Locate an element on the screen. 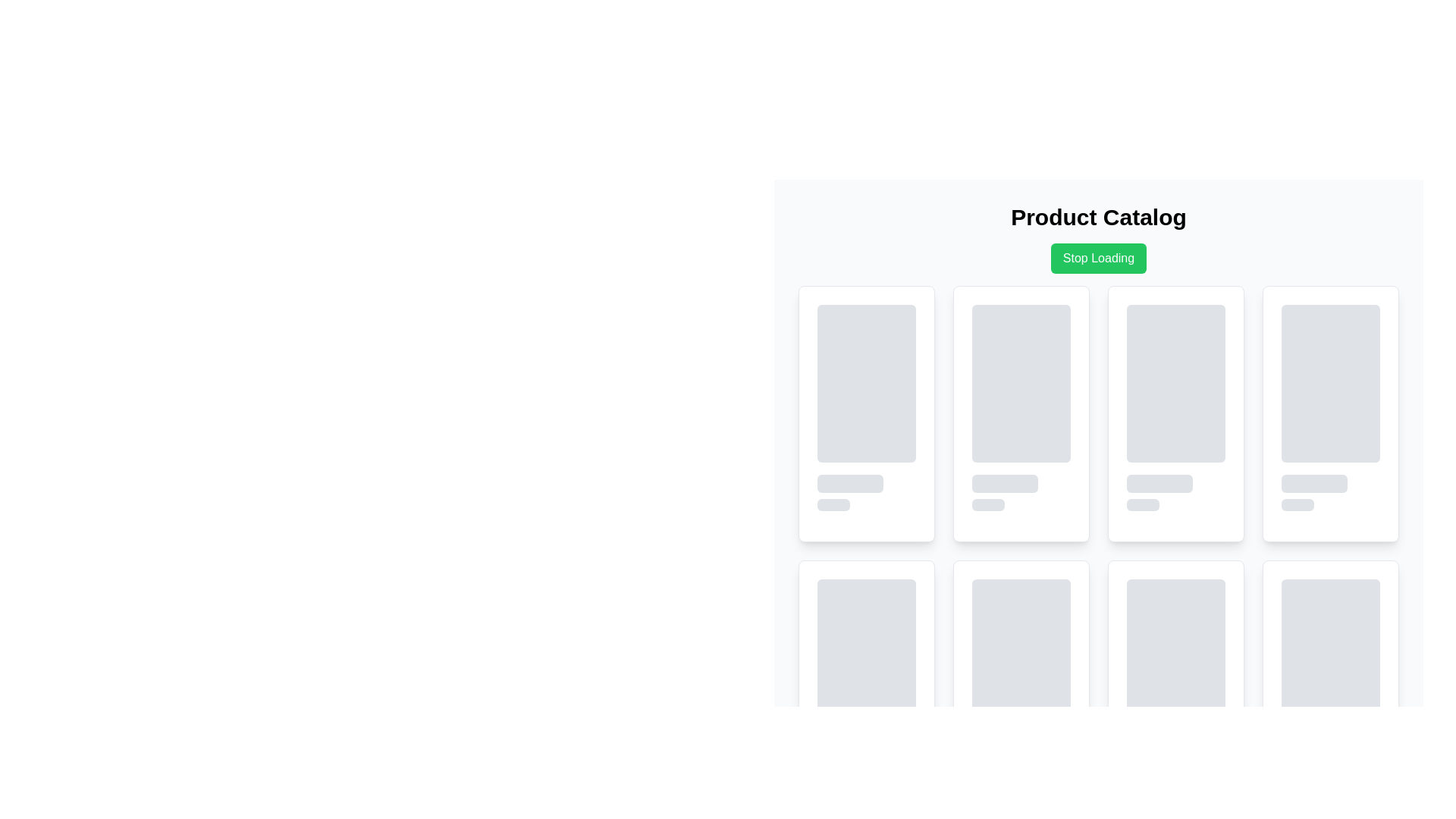  the first Placeholder Card in the grid layout, which indicates loading content and maintains layout consistency during data fetch is located at coordinates (866, 414).